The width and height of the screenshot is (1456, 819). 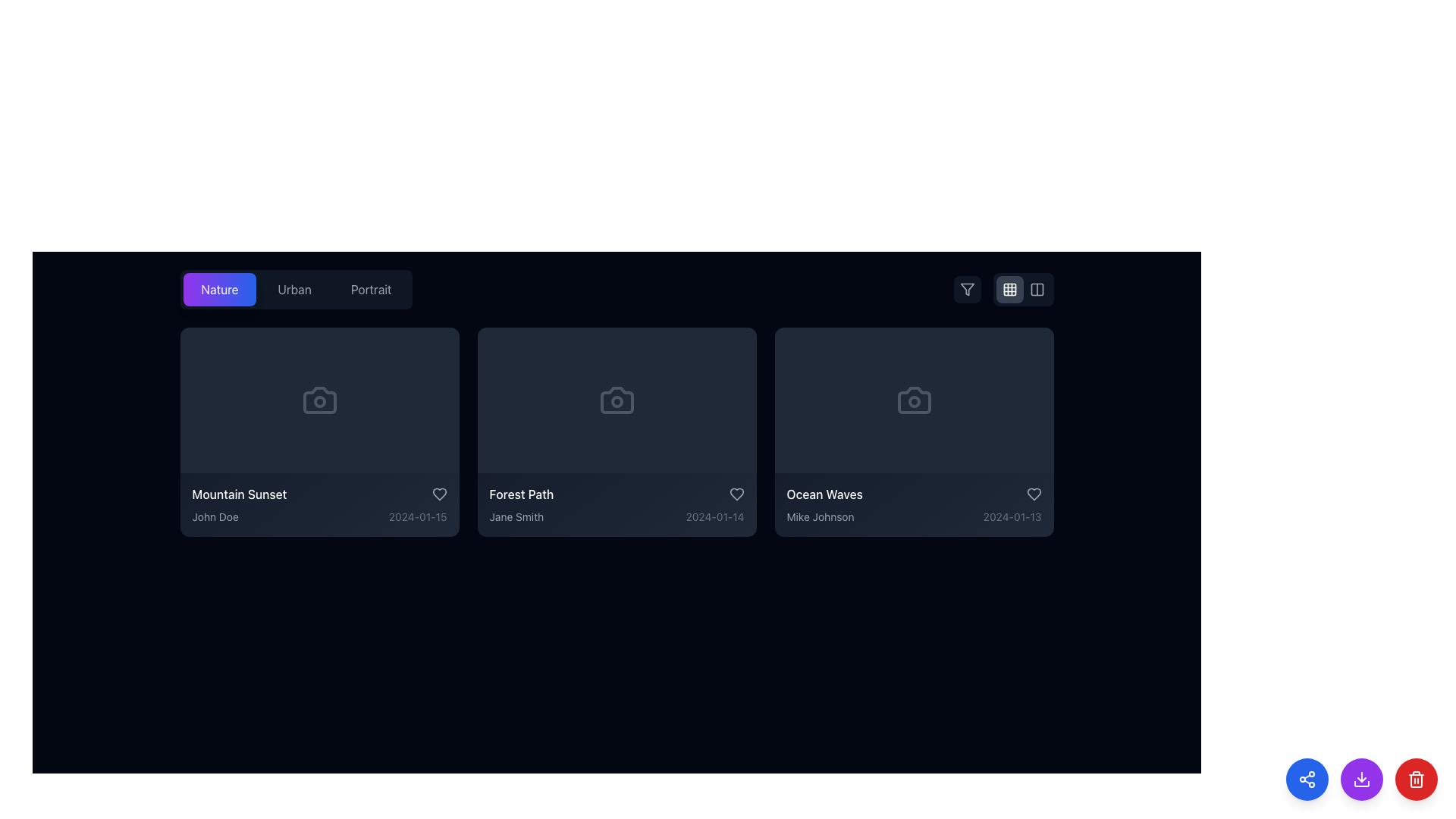 What do you see at coordinates (1003, 289) in the screenshot?
I see `the dark gray square button with a grid icon located as the second button in a horizontal row of three` at bounding box center [1003, 289].